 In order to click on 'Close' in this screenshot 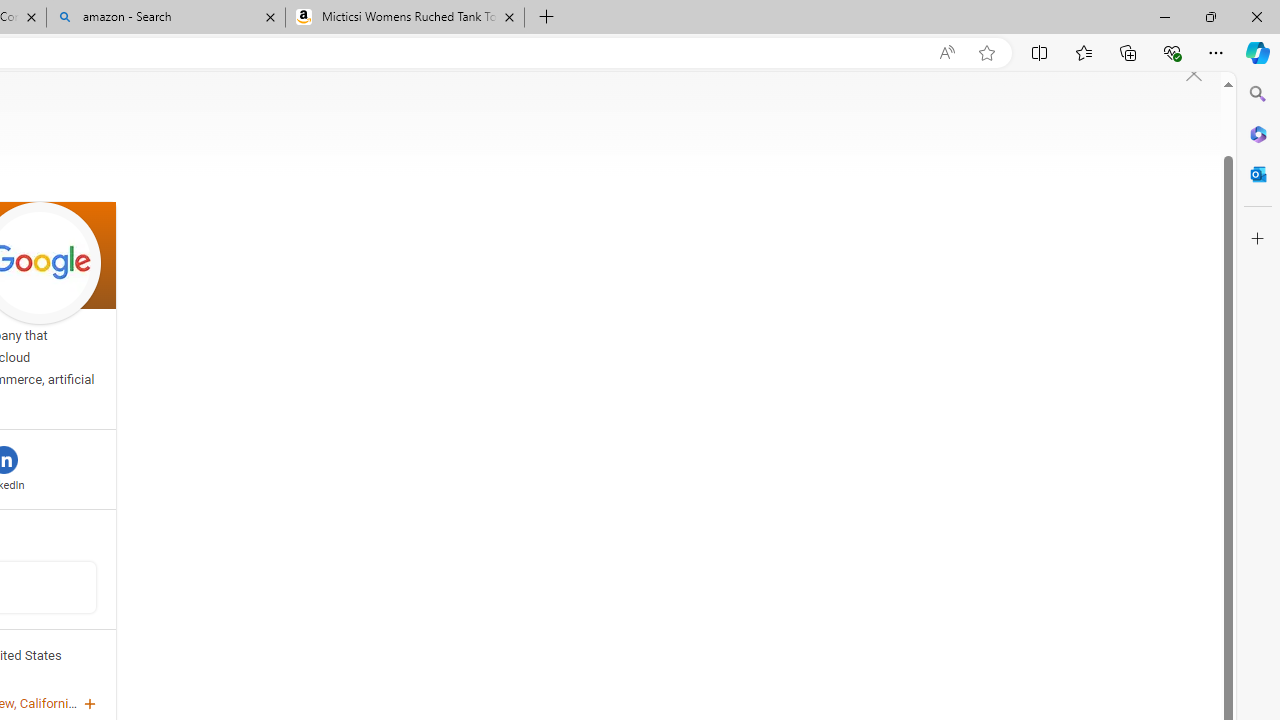, I will do `click(1255, 16)`.